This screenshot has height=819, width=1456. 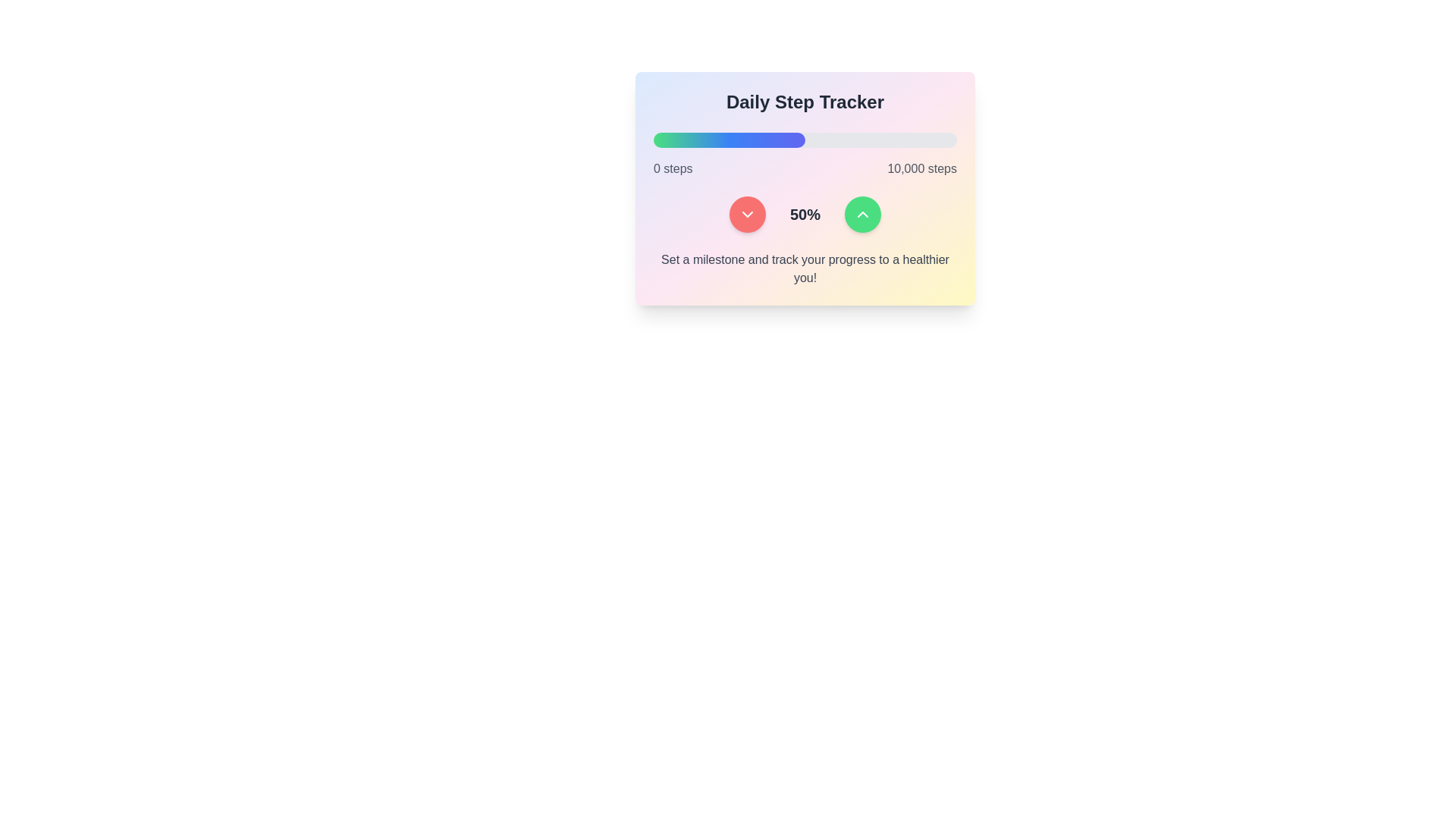 I want to click on the central text display that shows the current percentage value, located beneath the progress bar and flanked by a red button with a downward arrow and a green button with an upward arrow, so click(x=804, y=214).